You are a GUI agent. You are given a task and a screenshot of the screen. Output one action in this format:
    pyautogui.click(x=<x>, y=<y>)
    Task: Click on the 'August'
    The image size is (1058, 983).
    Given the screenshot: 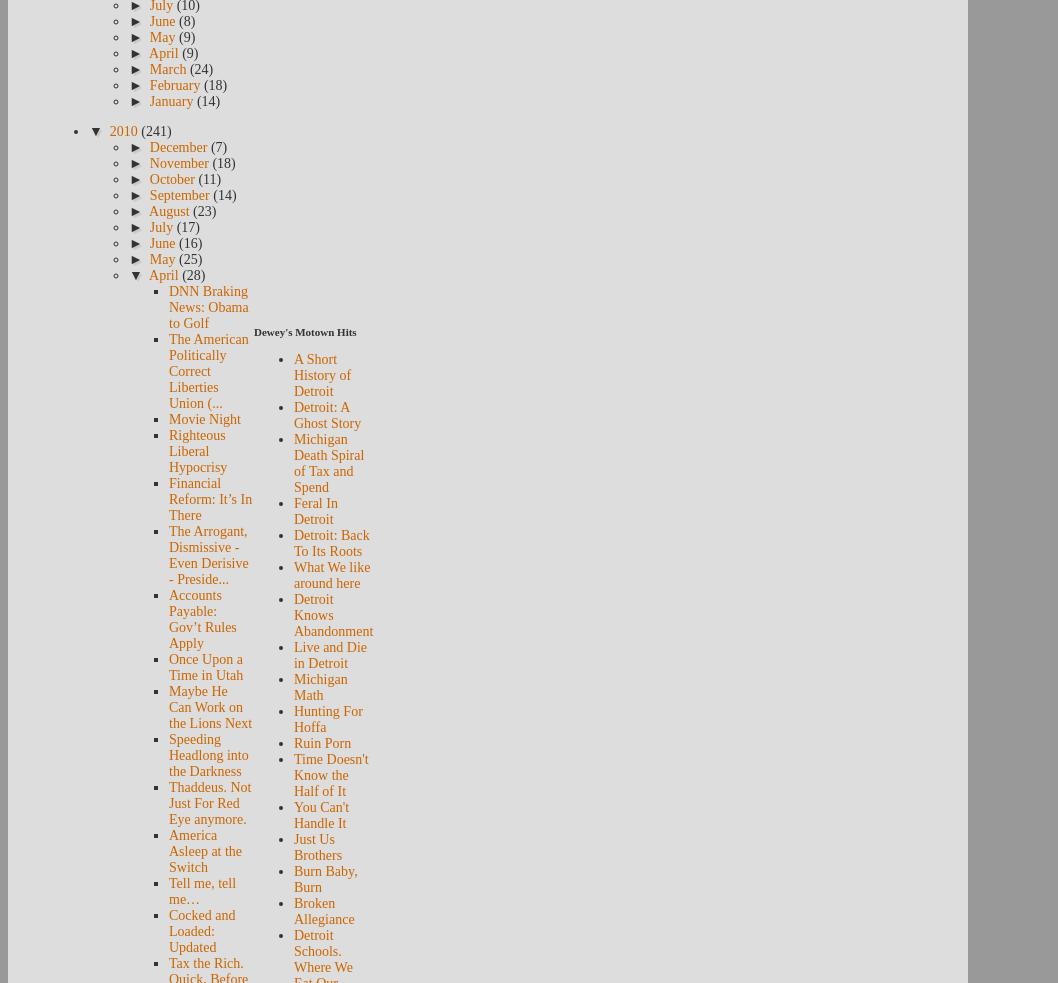 What is the action you would take?
    pyautogui.click(x=147, y=211)
    